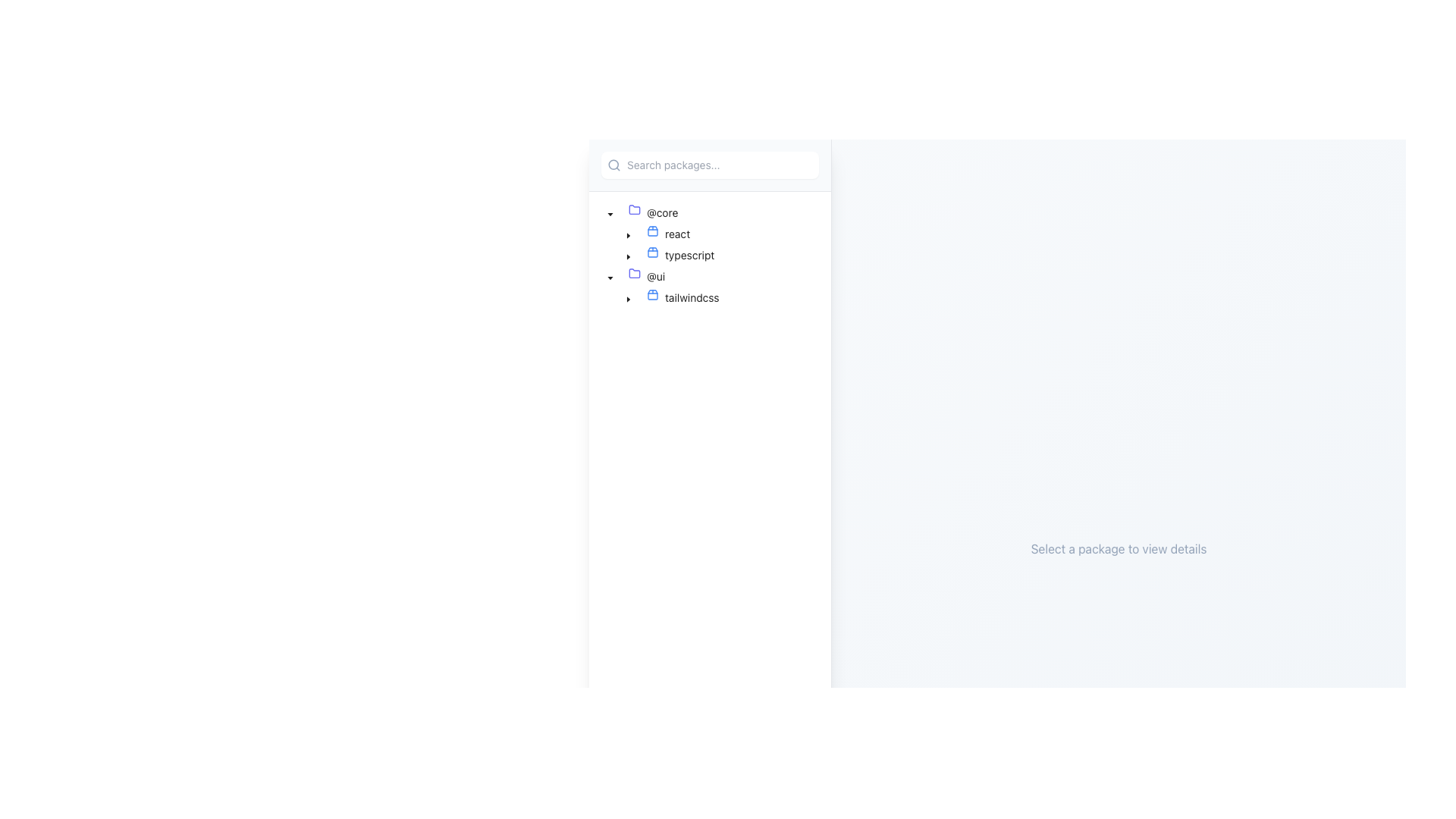  I want to click on the first visible visual spacer (indentation marker) in the indentation hierarchy for the leaf item titled 'typescript' in the tree view component, so click(610, 254).